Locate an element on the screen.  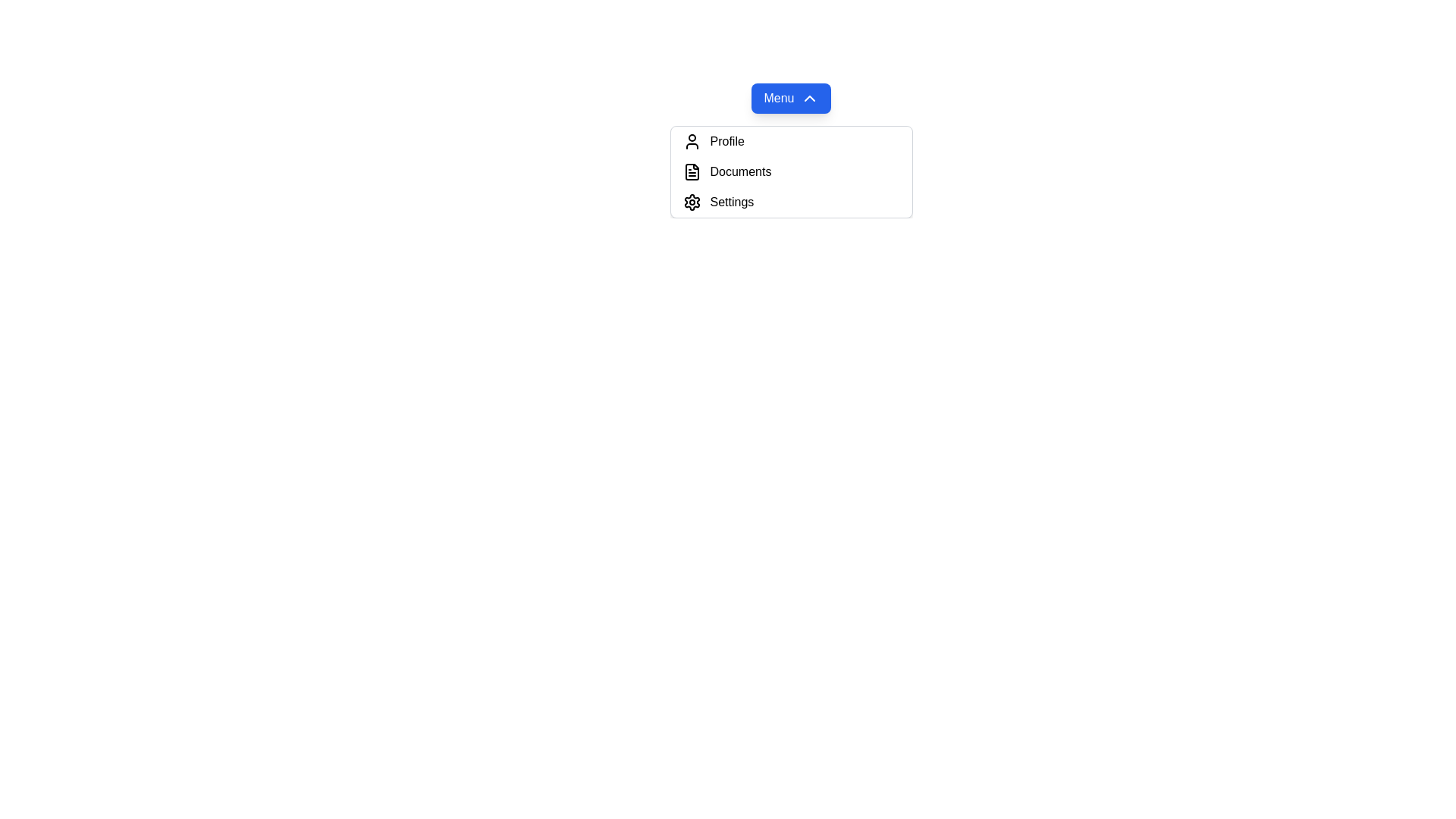
the text label representing the last item in the vertical menu dropdown, which leads to the settings page is located at coordinates (732, 201).